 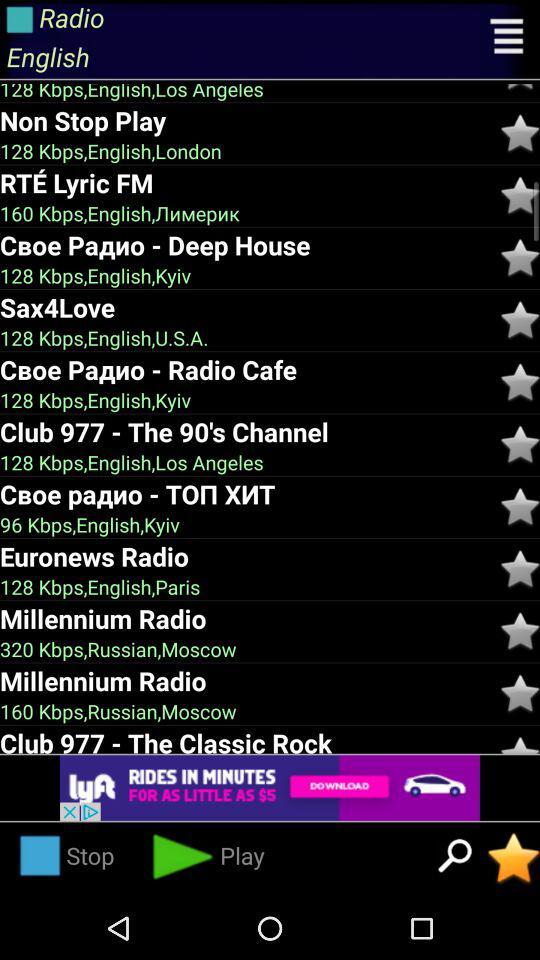 What do you see at coordinates (520, 693) in the screenshot?
I see `favorite` at bounding box center [520, 693].